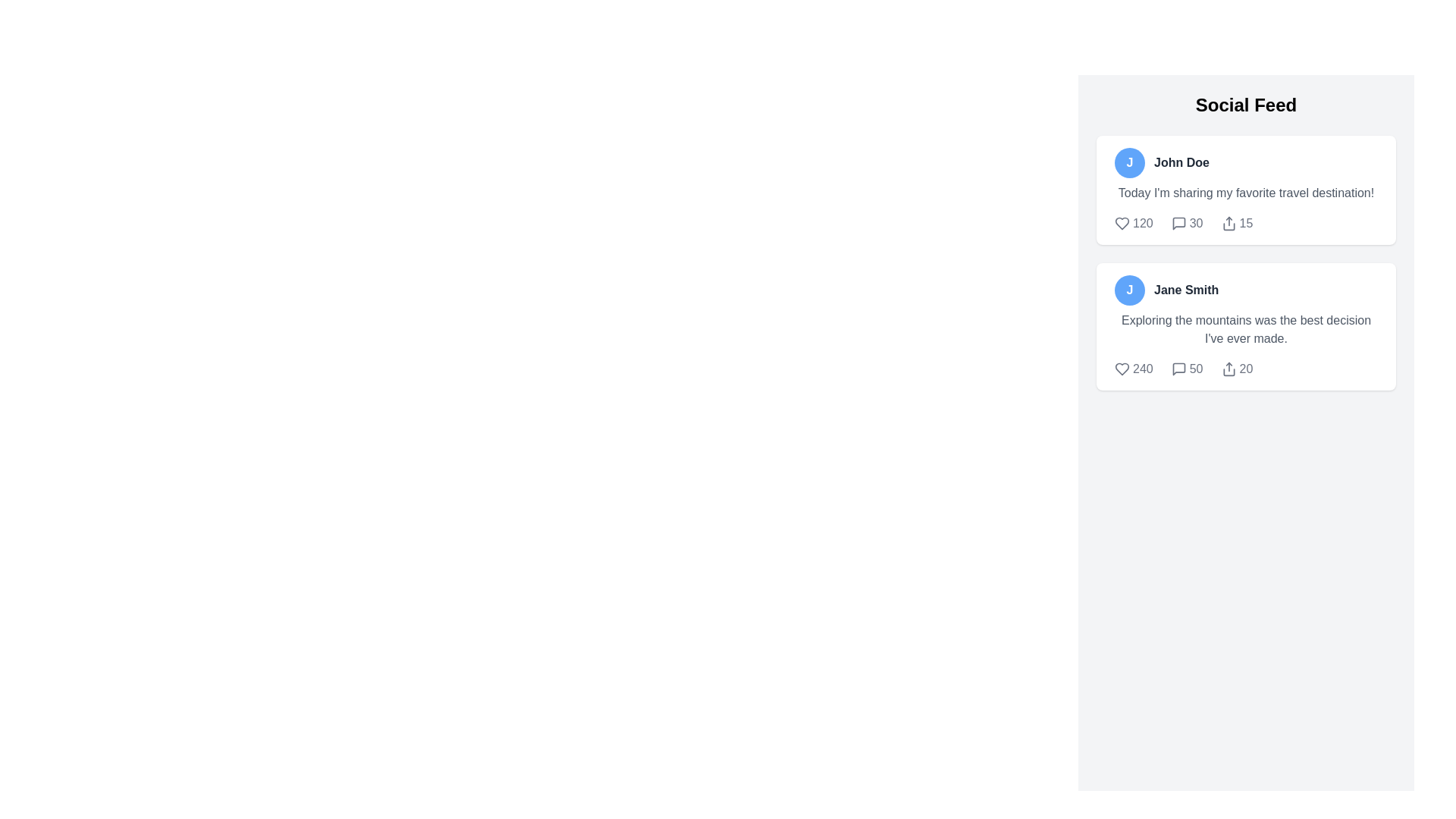  I want to click on the share count text indicating the number of shares for Jane Smith's post, so click(1246, 369).